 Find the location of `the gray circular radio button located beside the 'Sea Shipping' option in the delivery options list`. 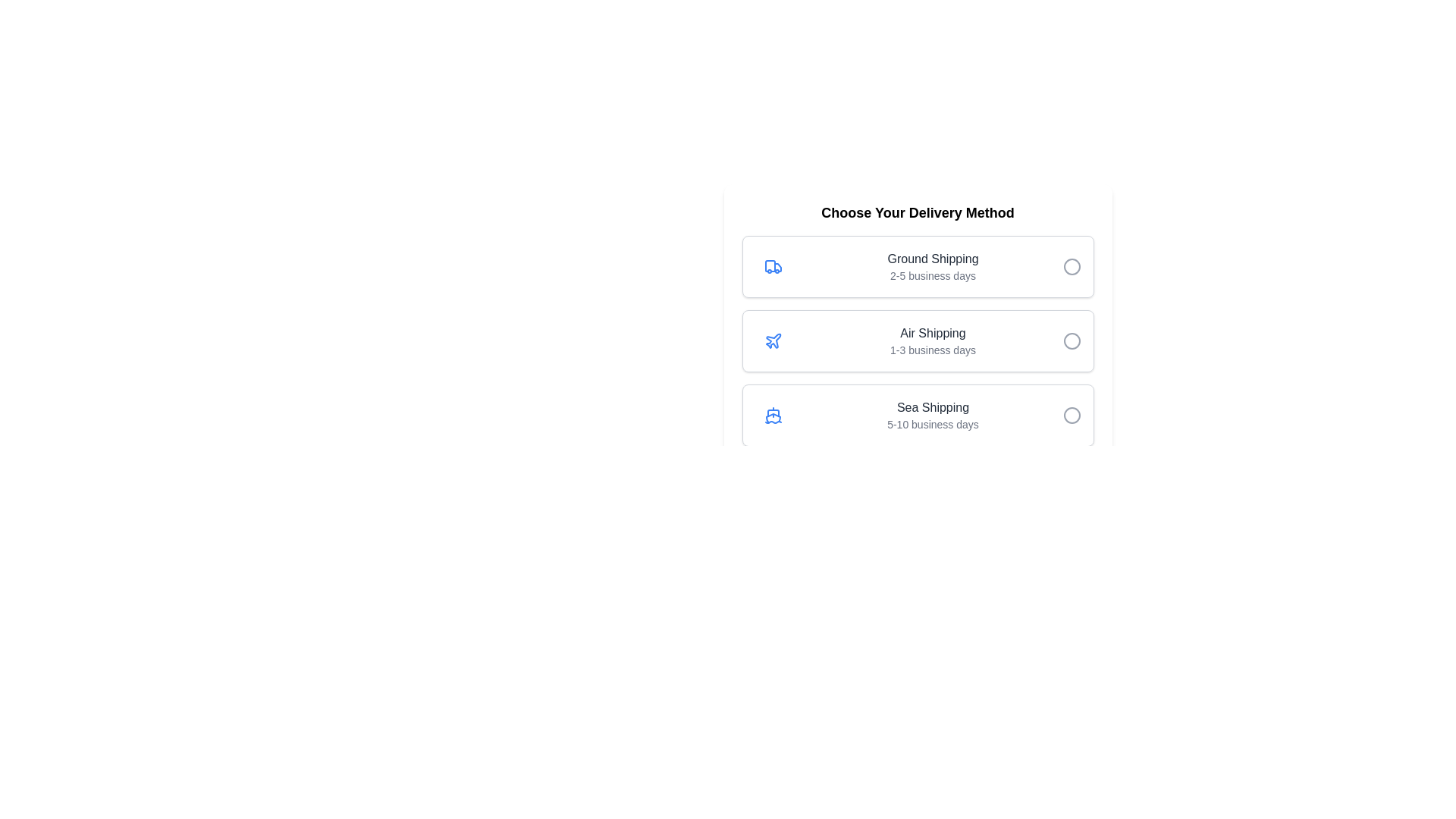

the gray circular radio button located beside the 'Sea Shipping' option in the delivery options list is located at coordinates (1071, 415).